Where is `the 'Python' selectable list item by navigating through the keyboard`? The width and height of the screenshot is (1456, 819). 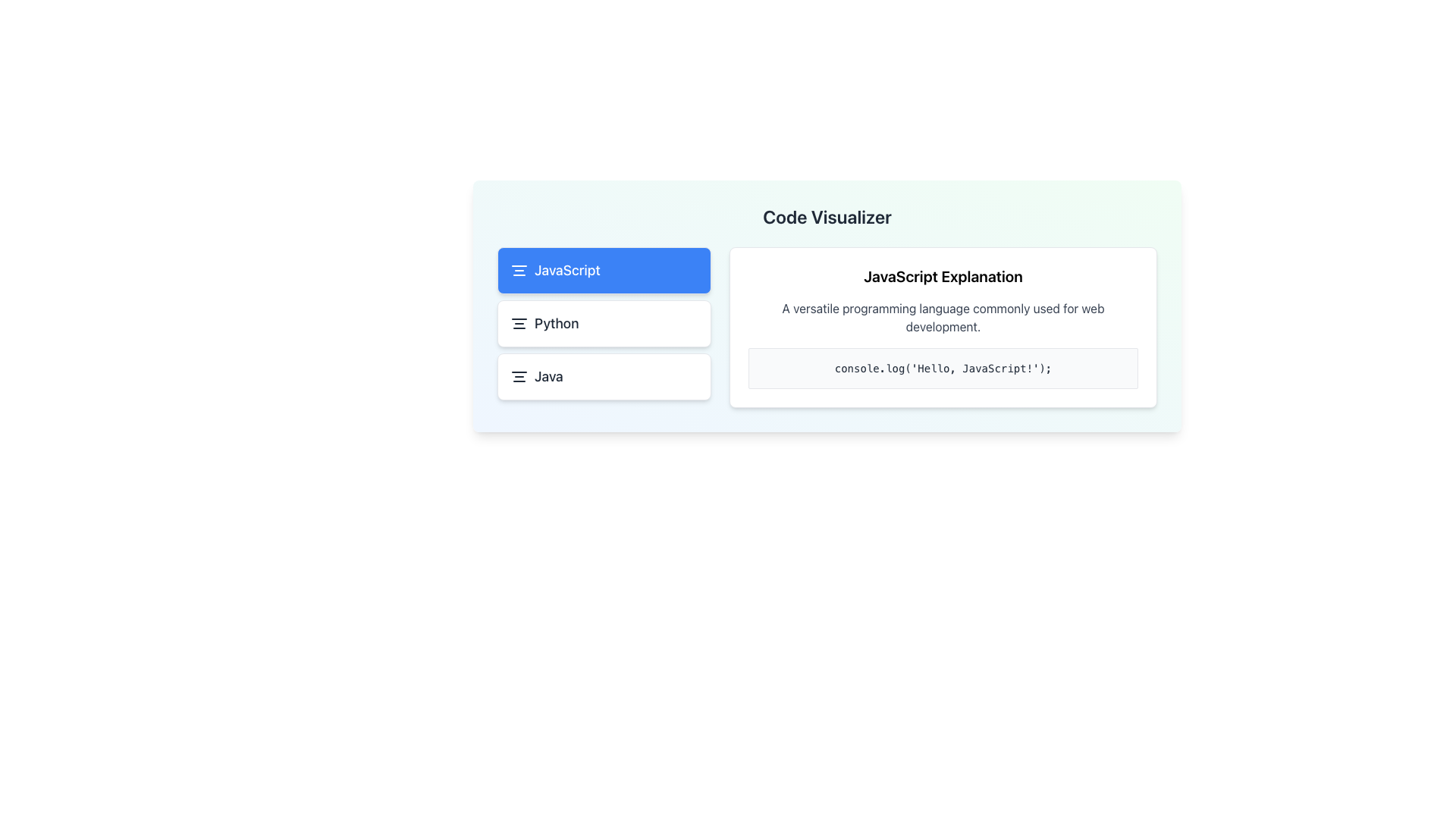 the 'Python' selectable list item by navigating through the keyboard is located at coordinates (603, 323).